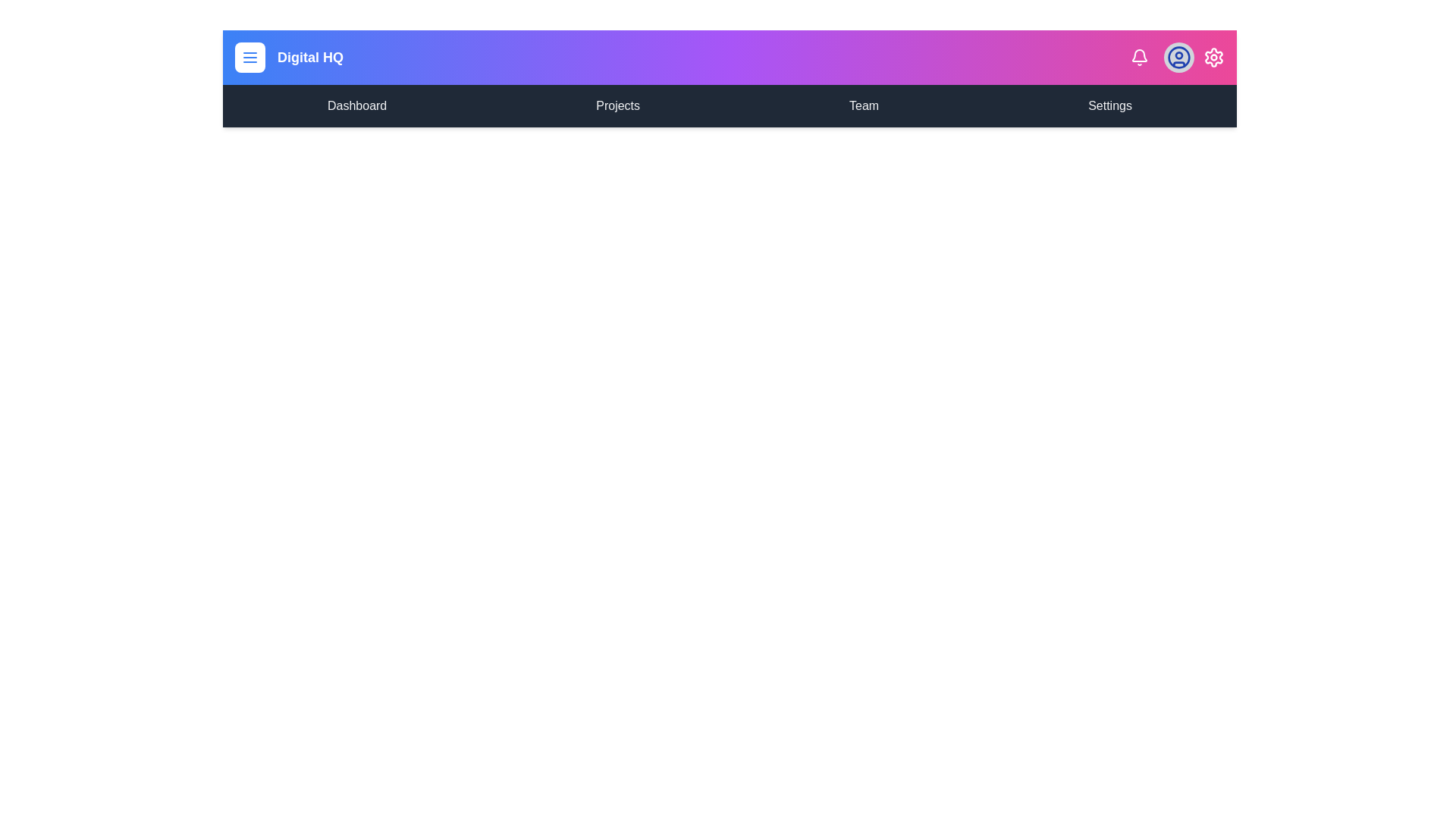 The height and width of the screenshot is (819, 1456). I want to click on the menu item labeled Projects in the navigation bar, so click(618, 105).